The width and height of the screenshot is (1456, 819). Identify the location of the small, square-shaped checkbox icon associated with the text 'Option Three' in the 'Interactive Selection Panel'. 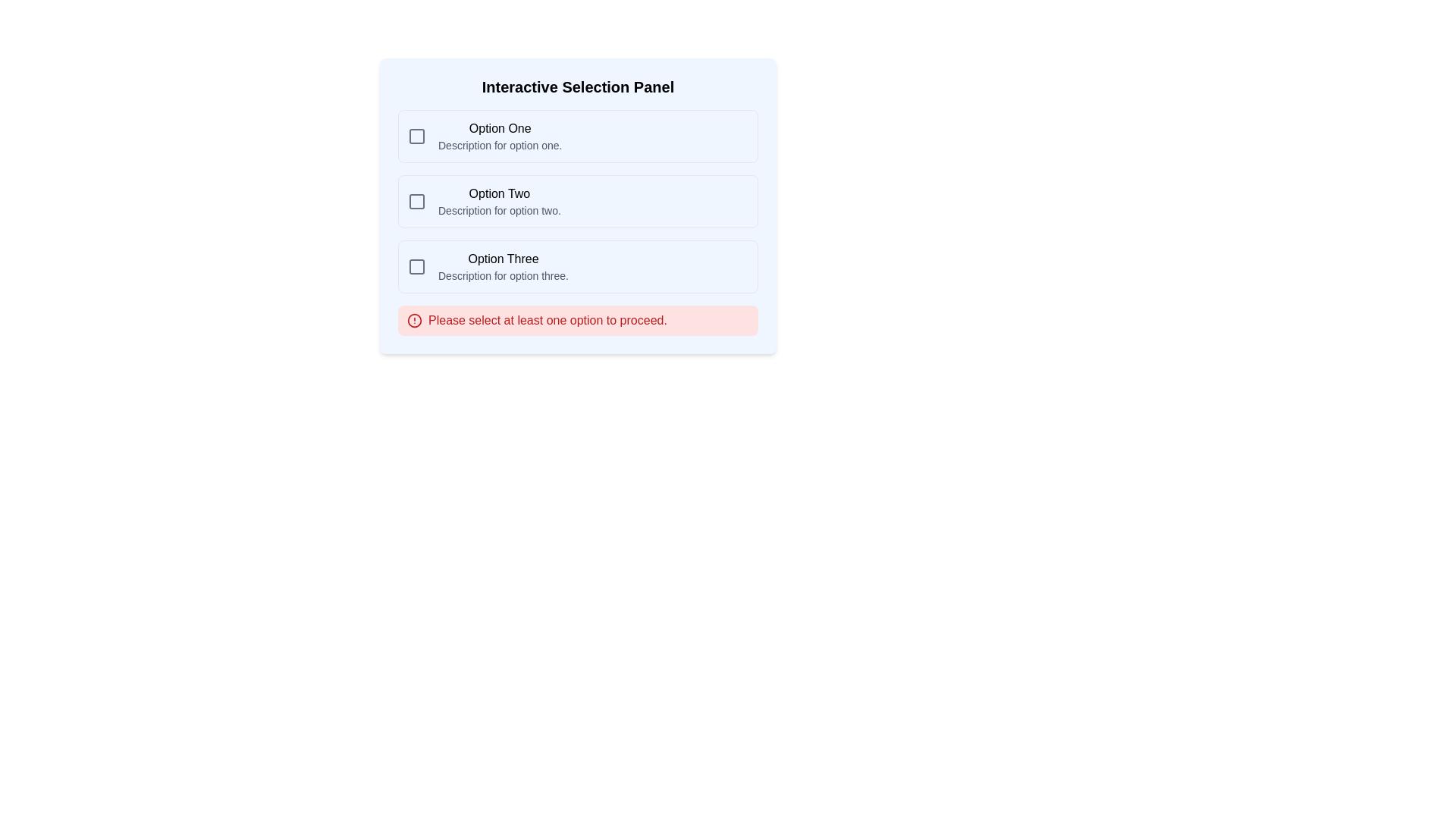
(417, 265).